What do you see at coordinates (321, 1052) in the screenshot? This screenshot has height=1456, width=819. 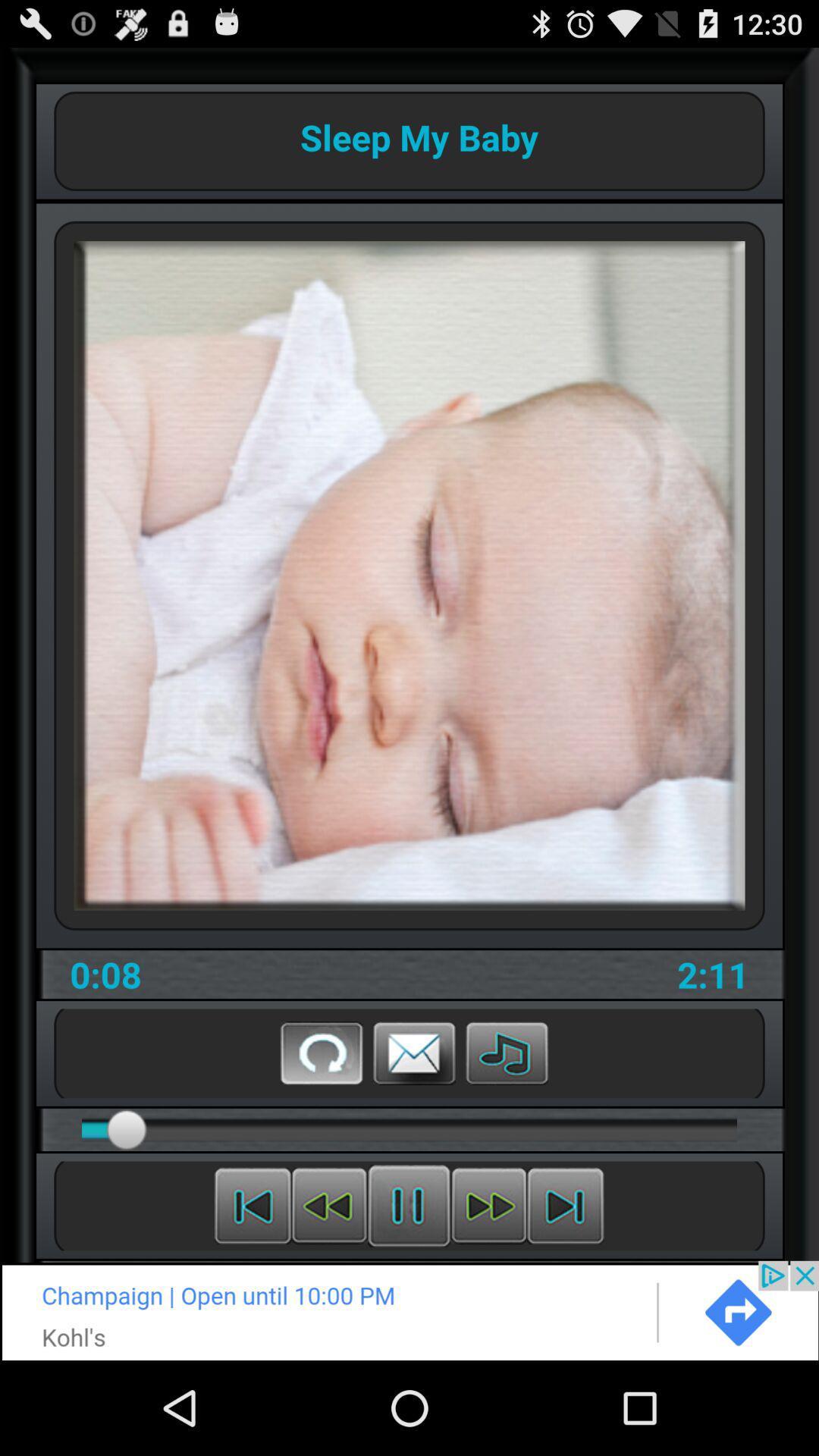 I see `replay sound` at bounding box center [321, 1052].